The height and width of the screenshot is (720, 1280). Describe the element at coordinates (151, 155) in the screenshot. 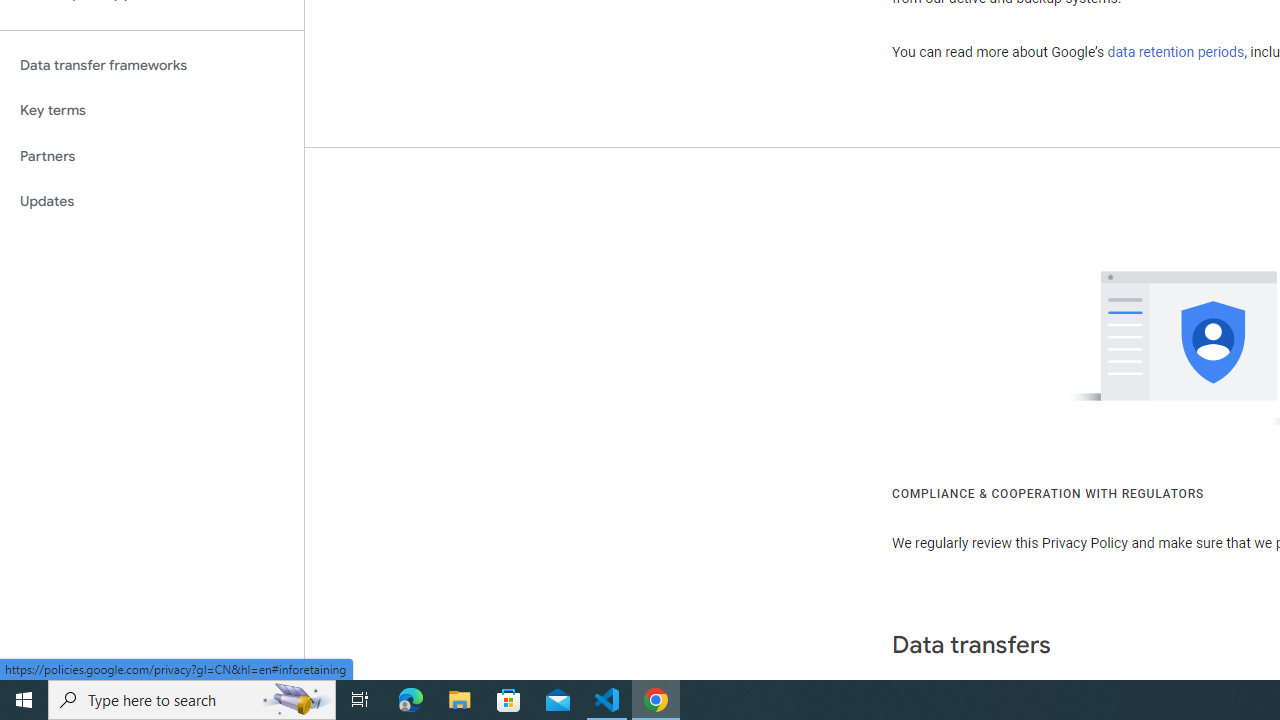

I see `'Partners'` at that location.